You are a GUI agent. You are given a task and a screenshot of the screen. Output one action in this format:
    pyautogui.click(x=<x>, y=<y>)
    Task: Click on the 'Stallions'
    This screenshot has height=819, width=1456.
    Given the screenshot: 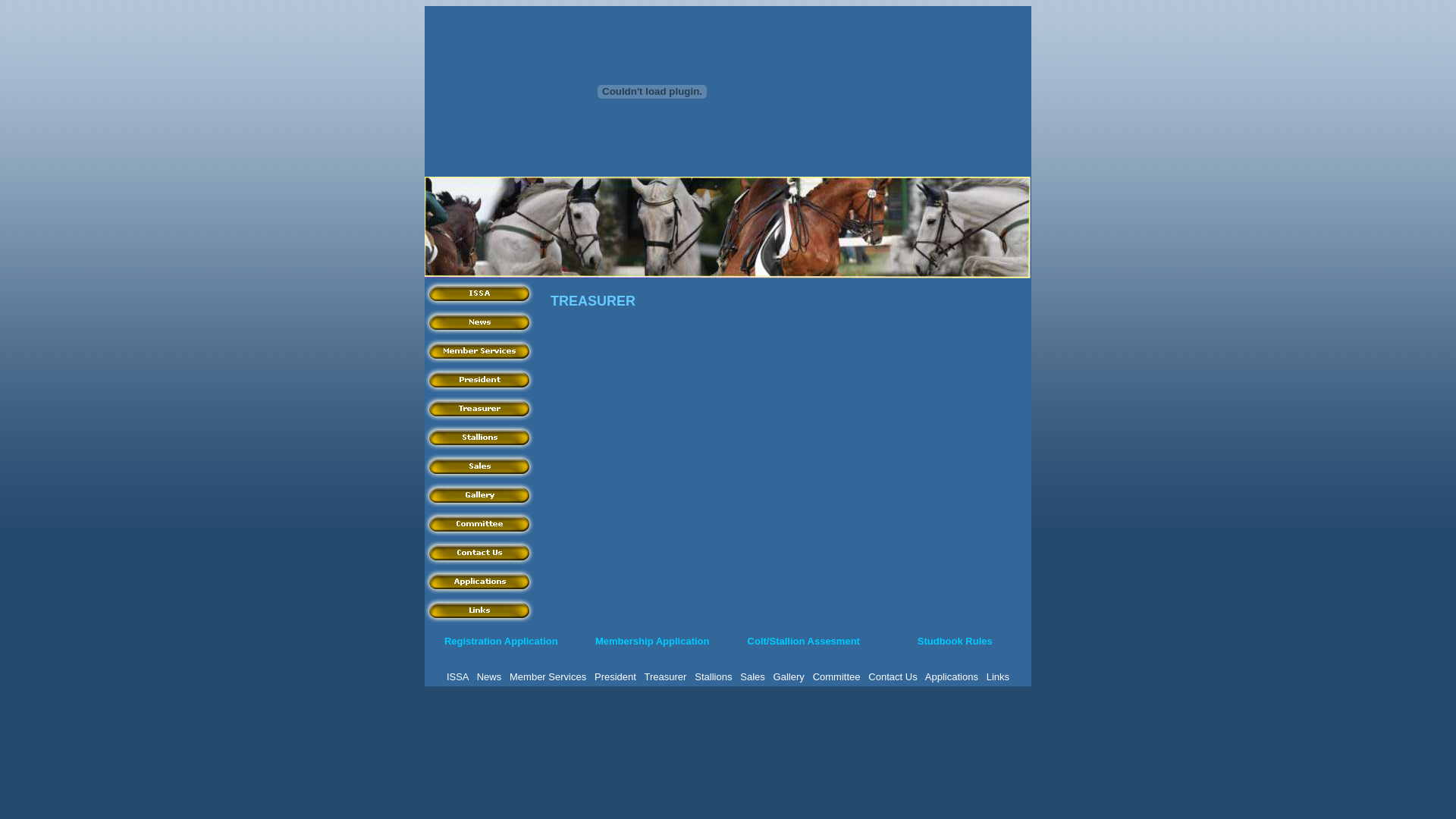 What is the action you would take?
    pyautogui.click(x=712, y=676)
    